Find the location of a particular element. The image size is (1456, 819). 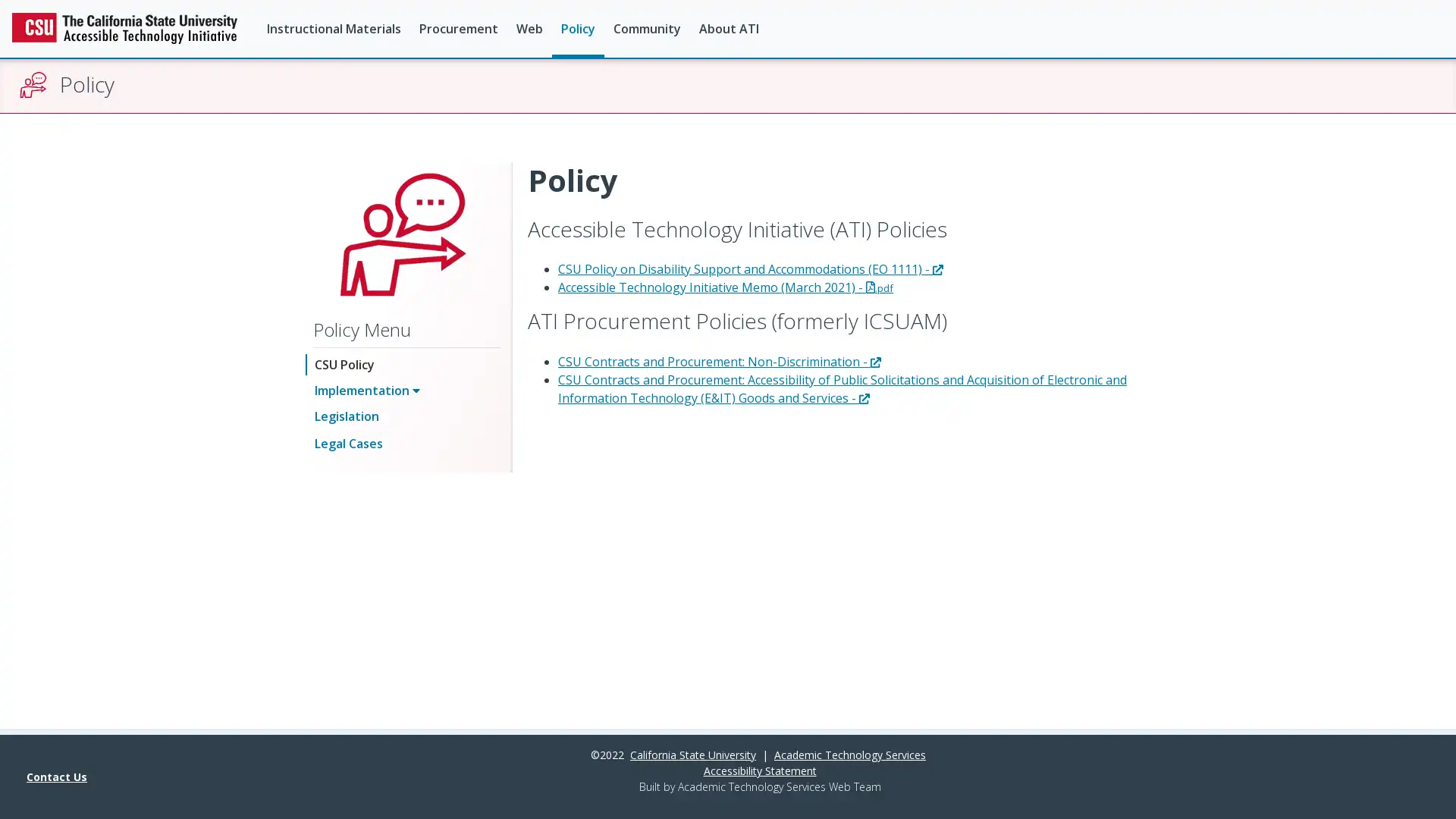

Implementation is located at coordinates (367, 388).